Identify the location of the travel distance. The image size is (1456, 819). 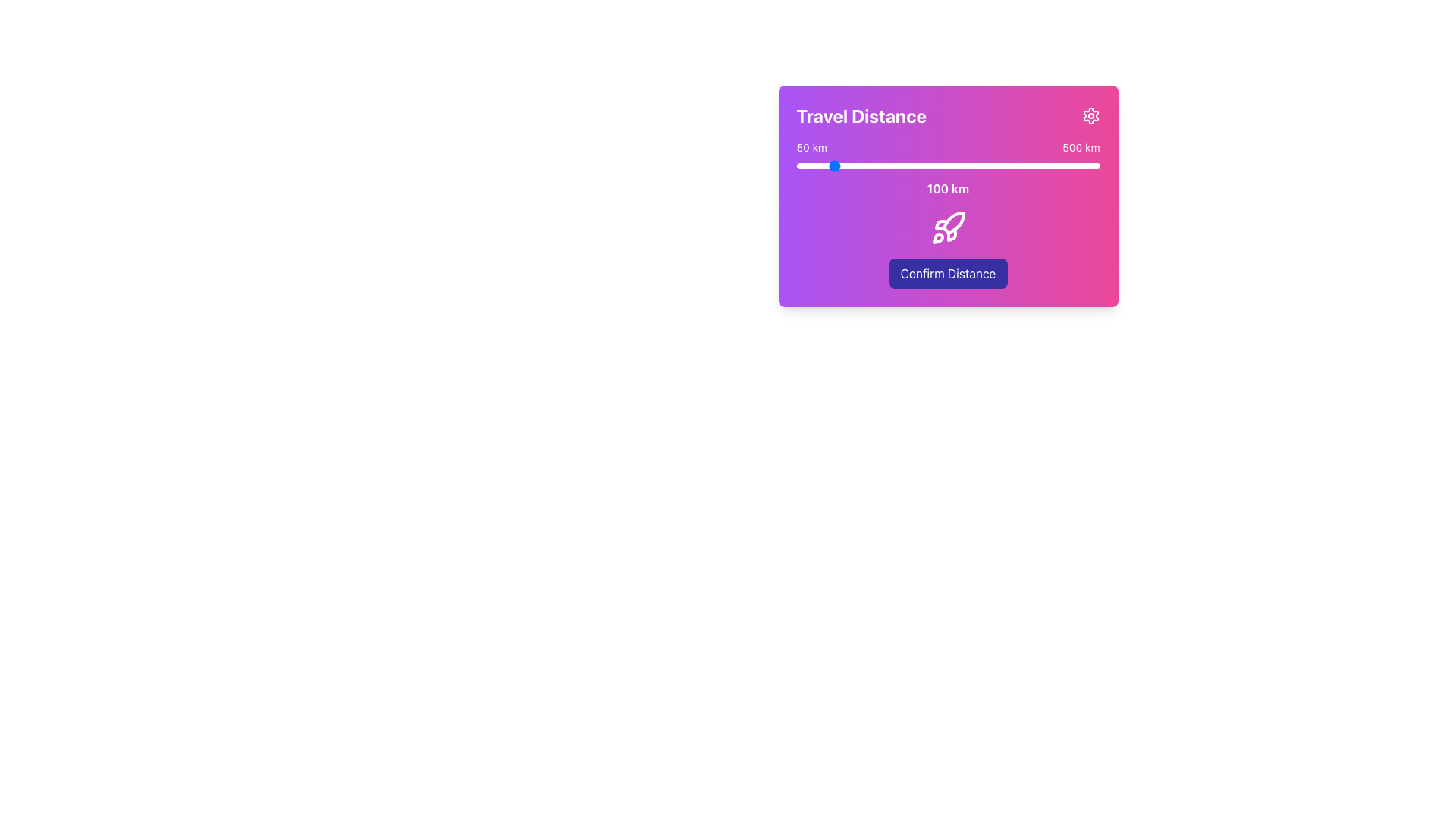
(1038, 166).